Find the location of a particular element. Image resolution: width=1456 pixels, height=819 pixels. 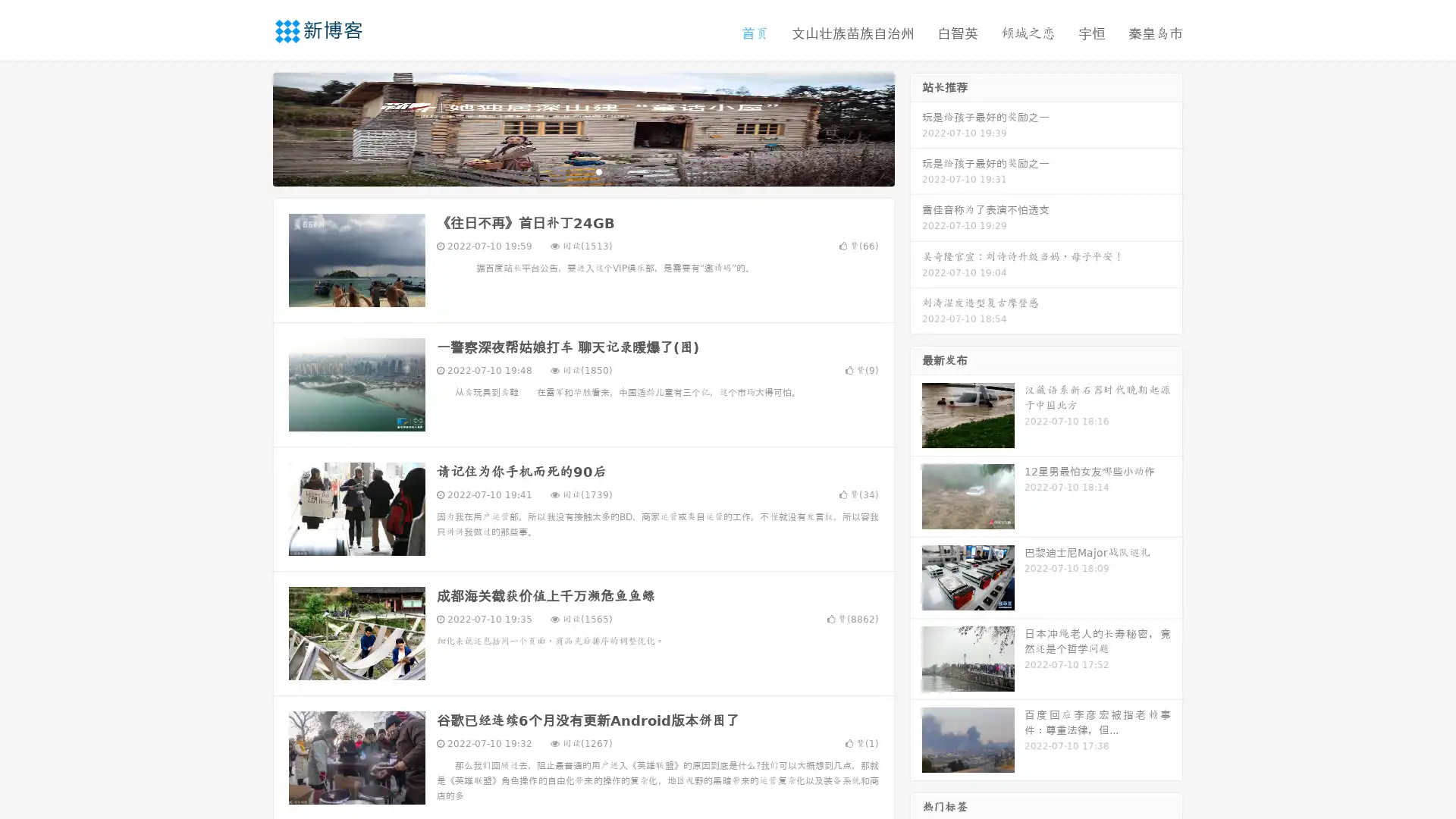

Previous slide is located at coordinates (250, 127).